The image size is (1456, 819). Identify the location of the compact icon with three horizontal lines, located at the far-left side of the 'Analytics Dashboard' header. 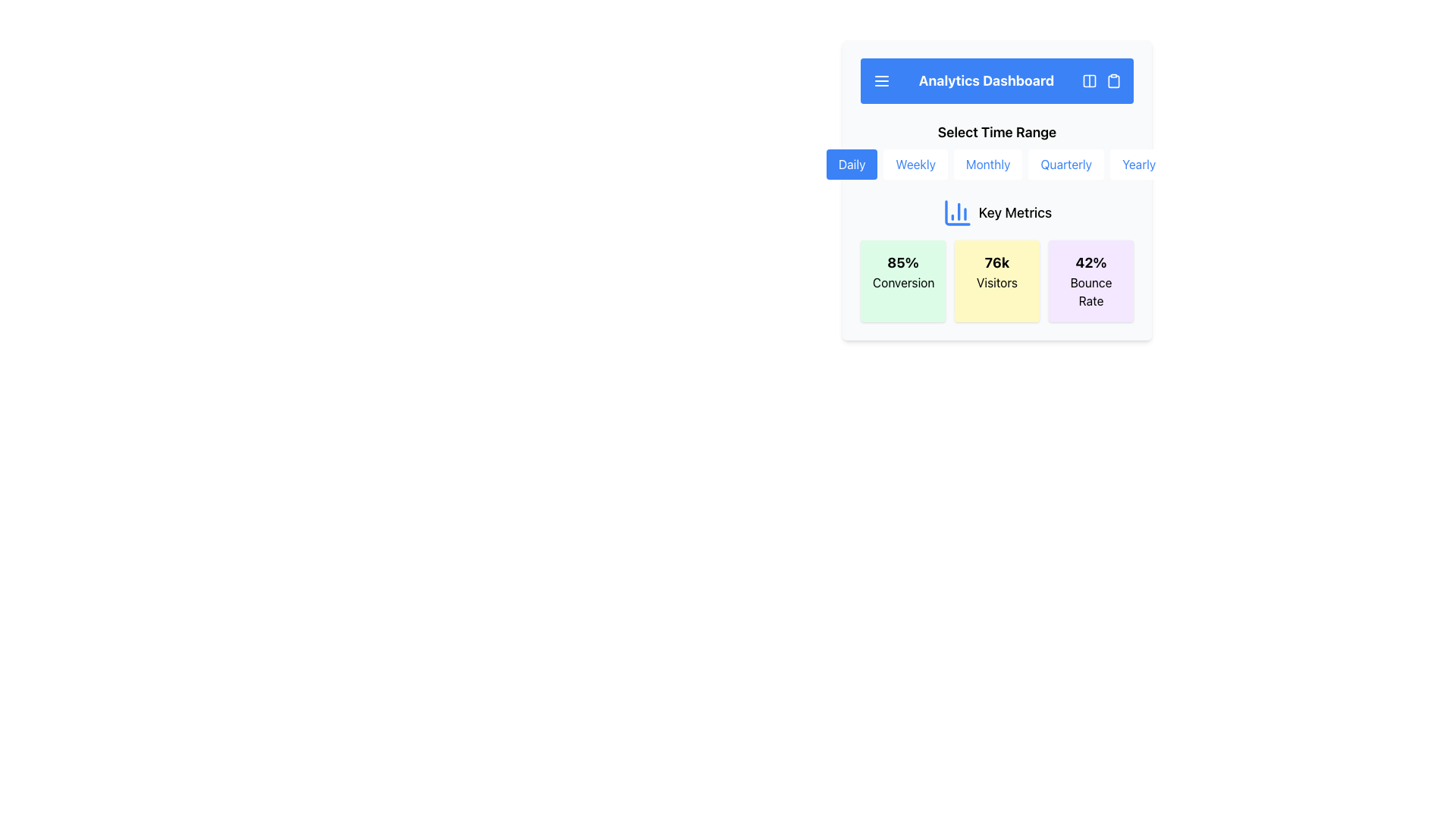
(881, 81).